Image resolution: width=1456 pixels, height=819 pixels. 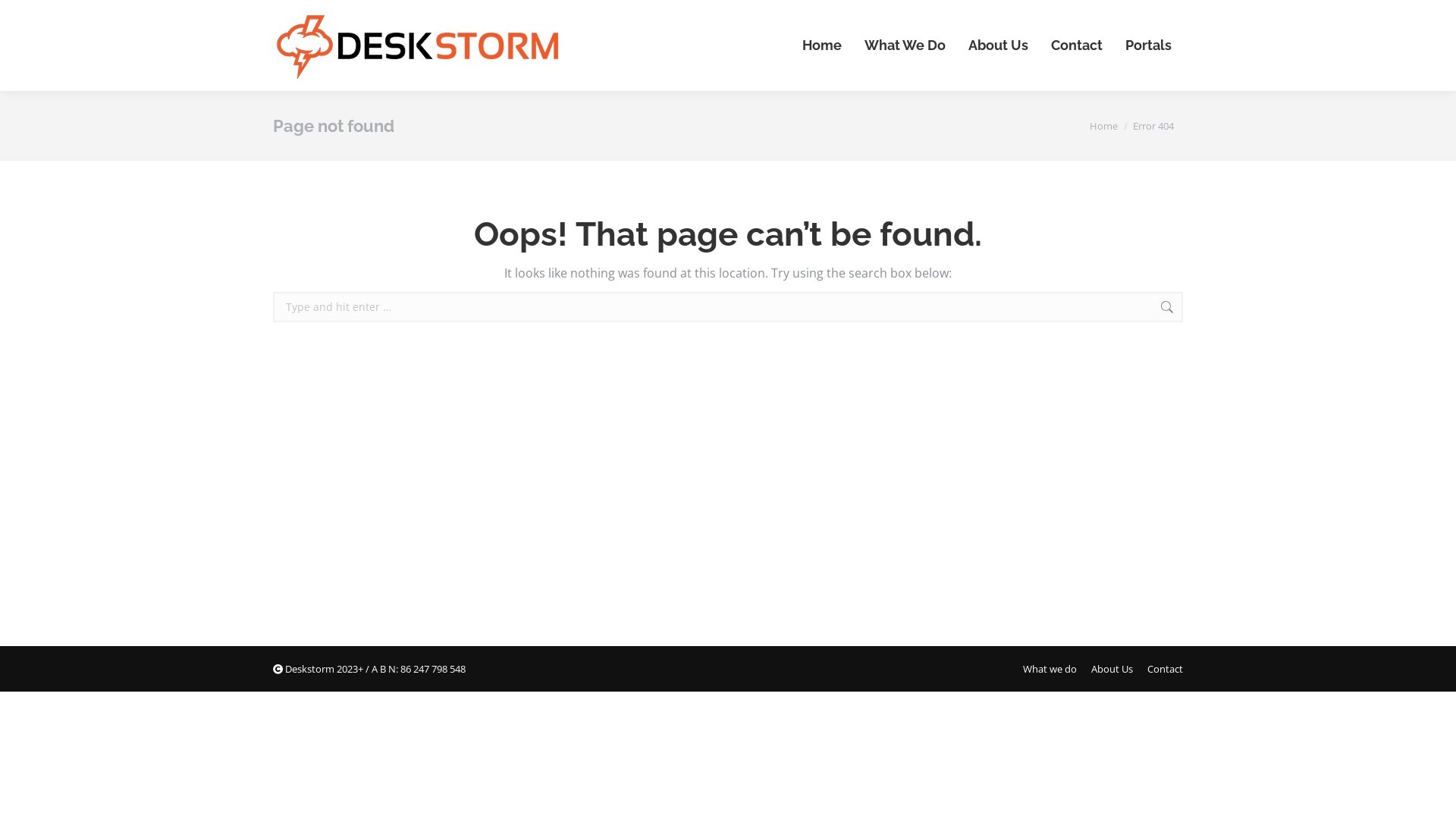 I want to click on 'What We Do', so click(x=905, y=45).